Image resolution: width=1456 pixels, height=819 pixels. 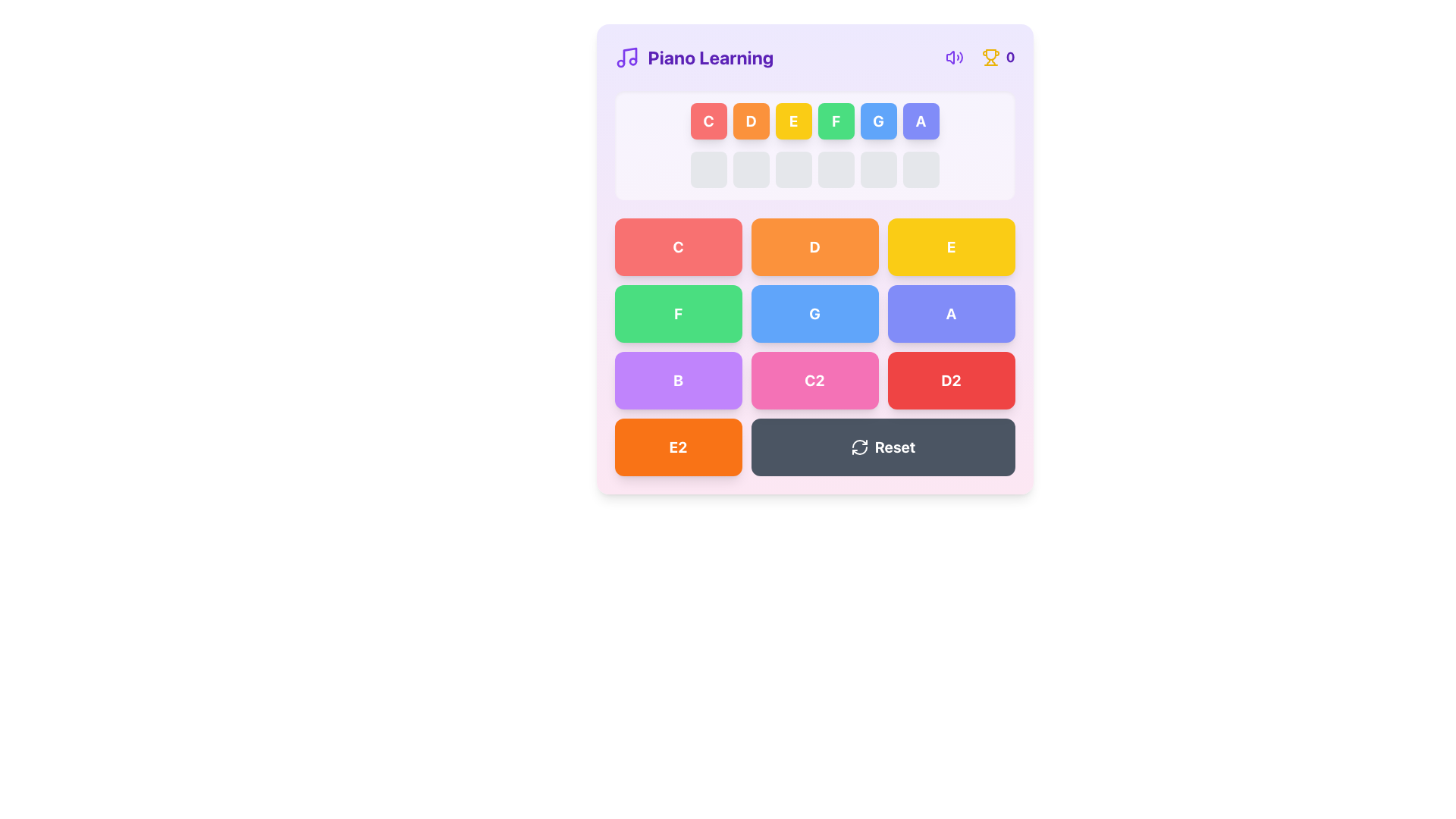 What do you see at coordinates (953, 57) in the screenshot?
I see `the circular violet button with a speaker icon at the top-right corner of the interface` at bounding box center [953, 57].